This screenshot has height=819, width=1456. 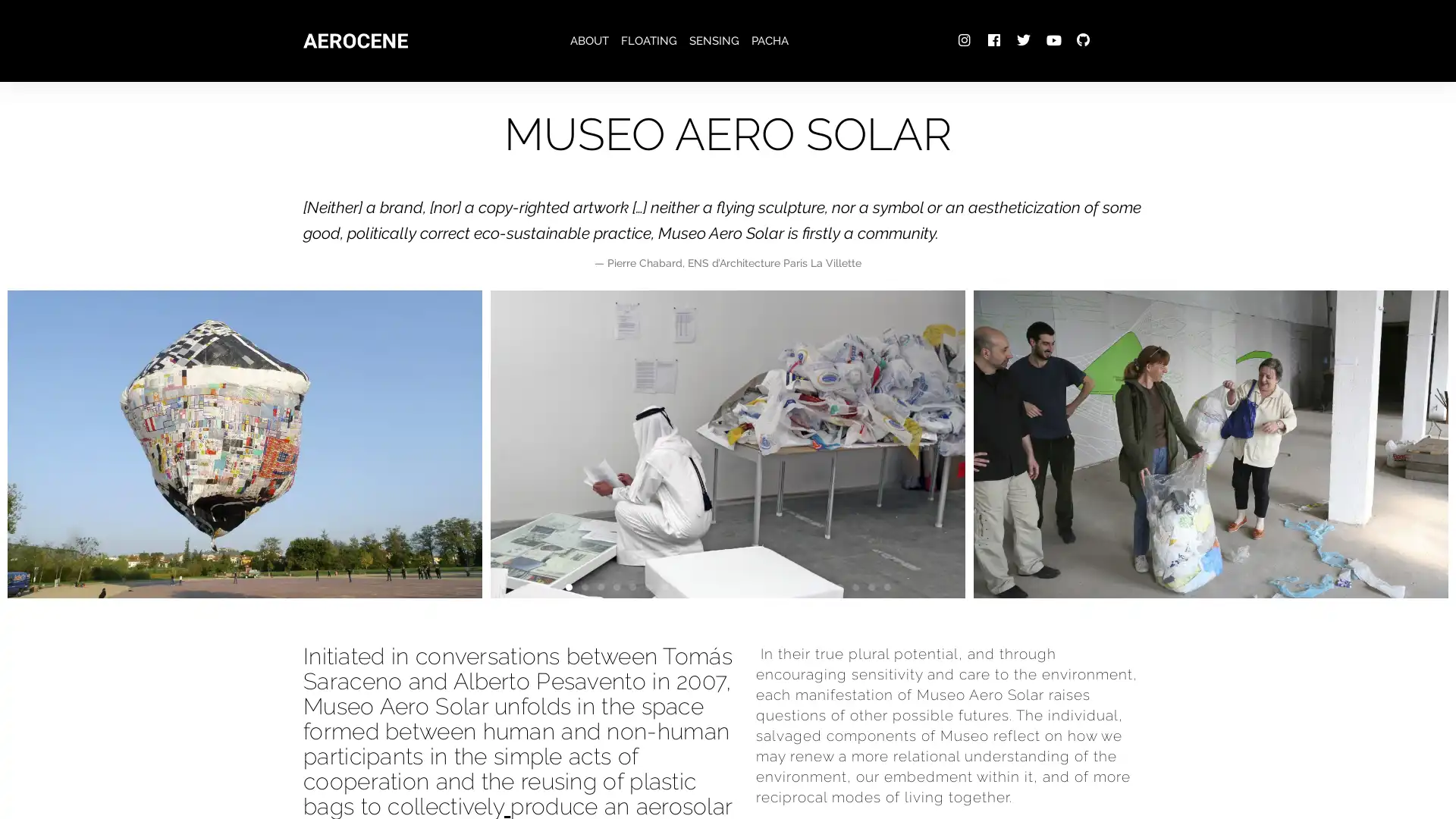 I want to click on Go to slide 8, so click(x=679, y=586).